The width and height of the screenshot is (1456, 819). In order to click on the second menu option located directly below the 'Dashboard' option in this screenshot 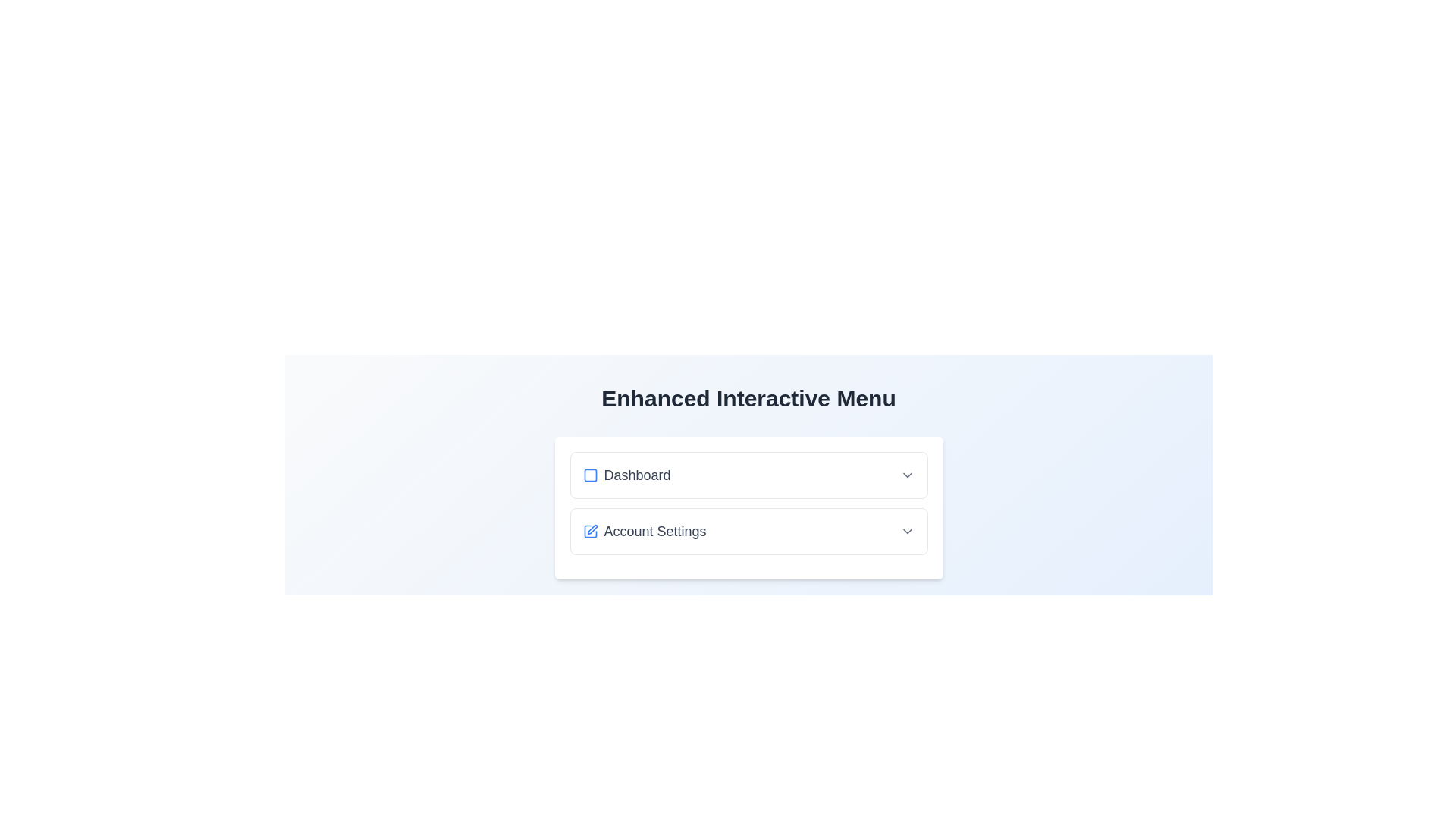, I will do `click(748, 531)`.